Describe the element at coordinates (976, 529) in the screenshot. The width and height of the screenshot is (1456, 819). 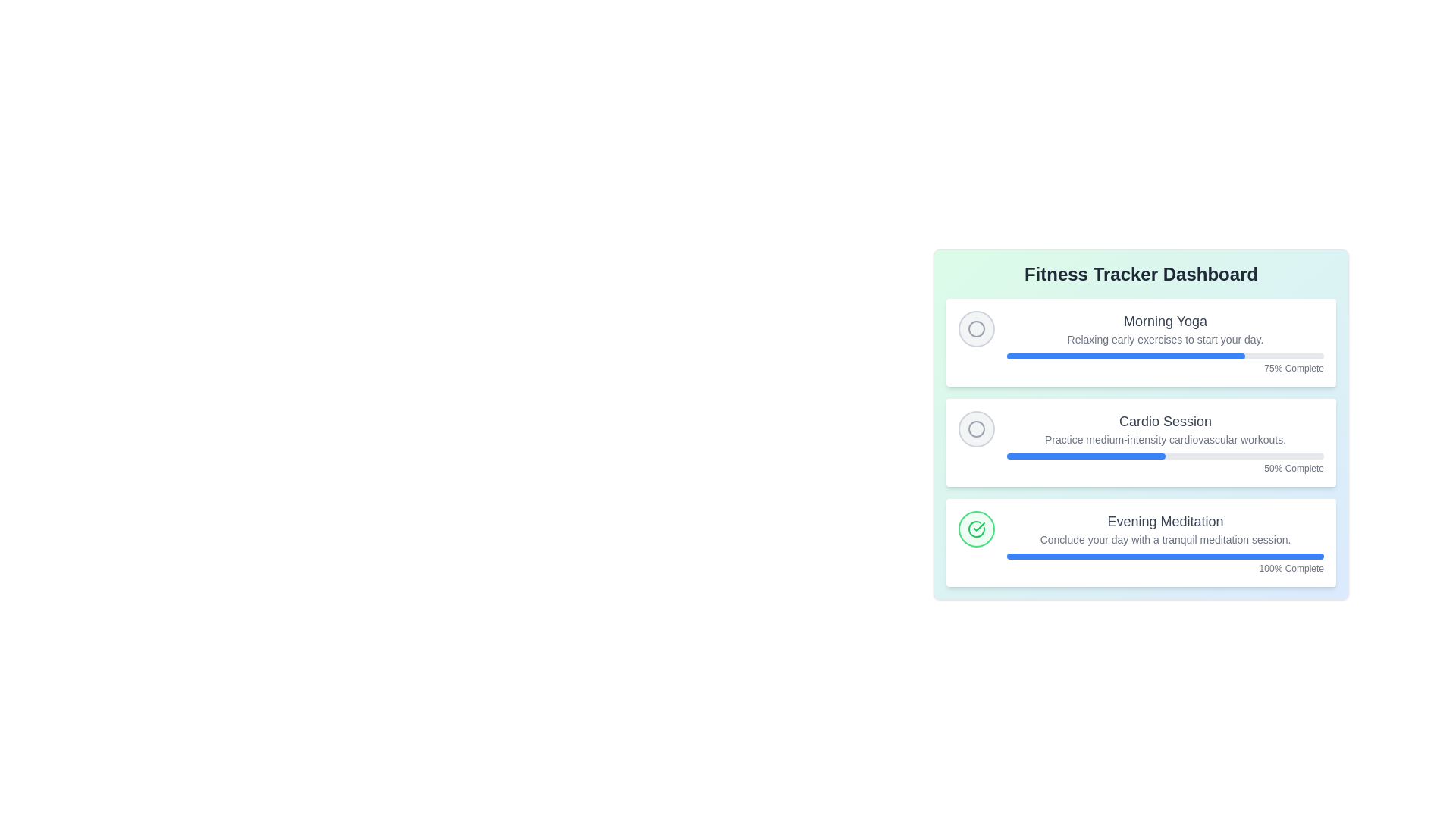
I see `the green circular icon that indicates the successful completion of the 'Evening Meditation' task on the Fitness Tracker Dashboard for possible interaction` at that location.